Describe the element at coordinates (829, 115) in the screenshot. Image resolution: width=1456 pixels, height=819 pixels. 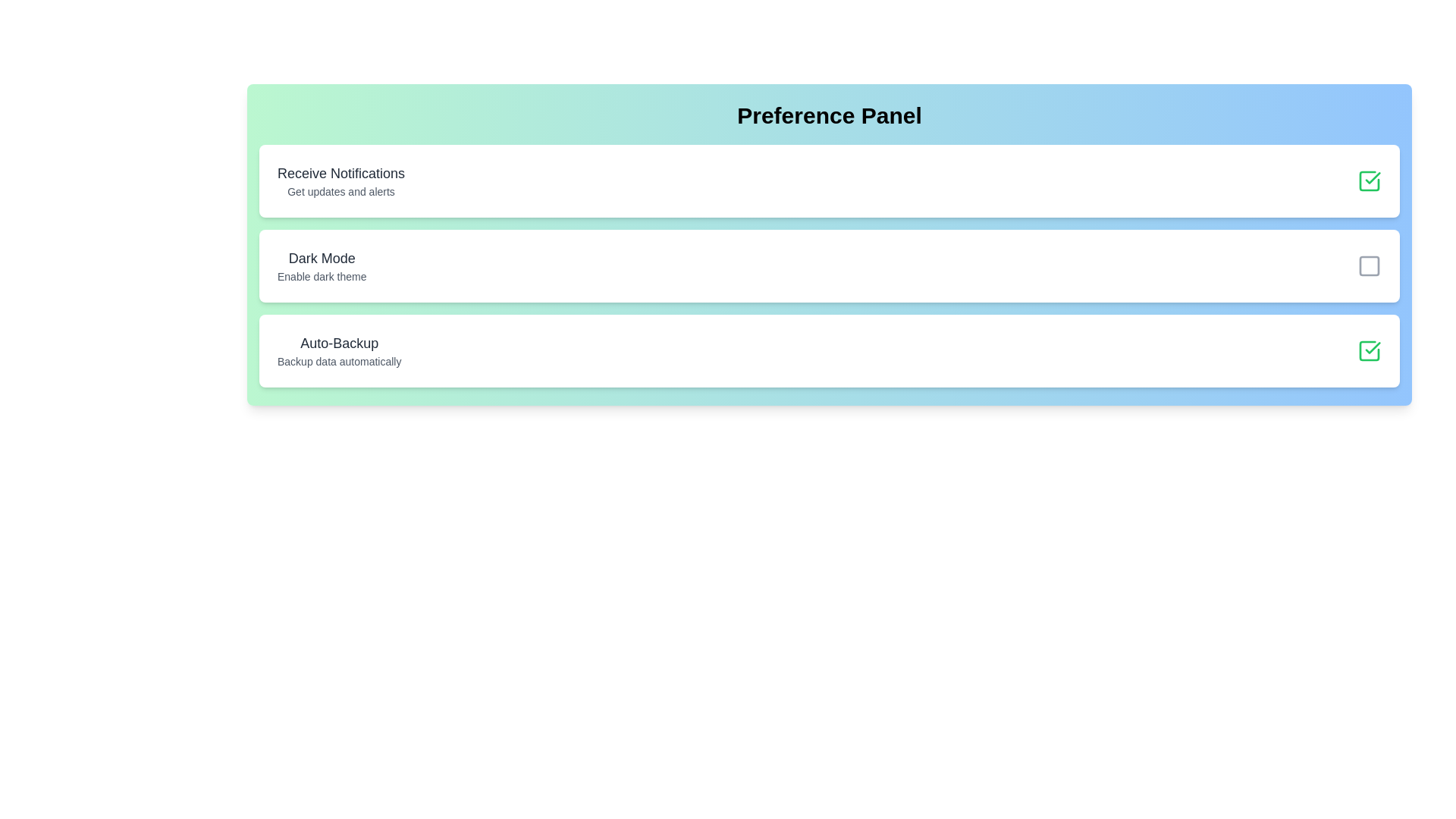
I see `the 'Preference Panel' text element, which is bold and black, centered within a gradient background transitioning from green to blue` at that location.